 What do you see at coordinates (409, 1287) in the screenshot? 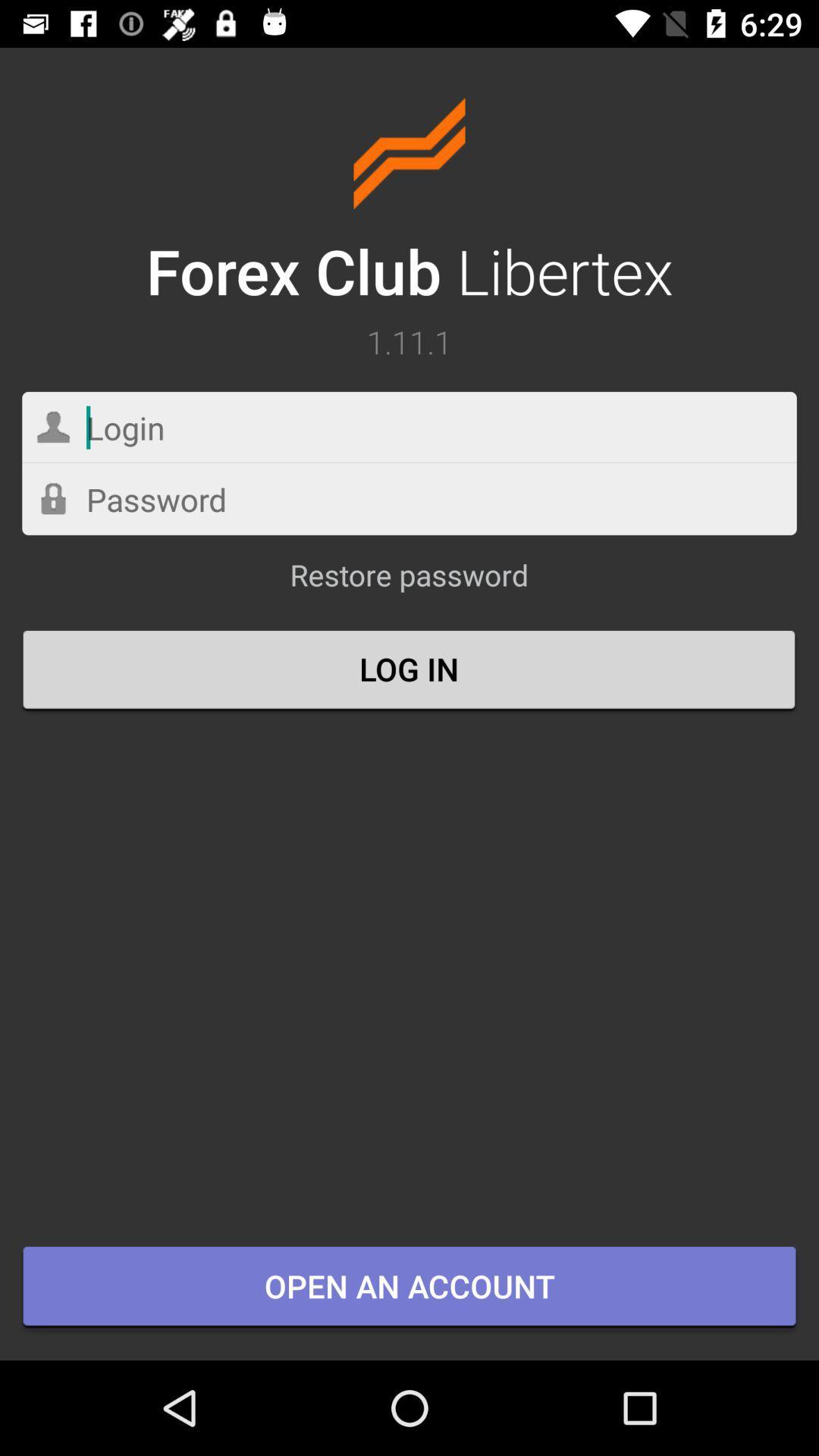
I see `item below the log in icon` at bounding box center [409, 1287].